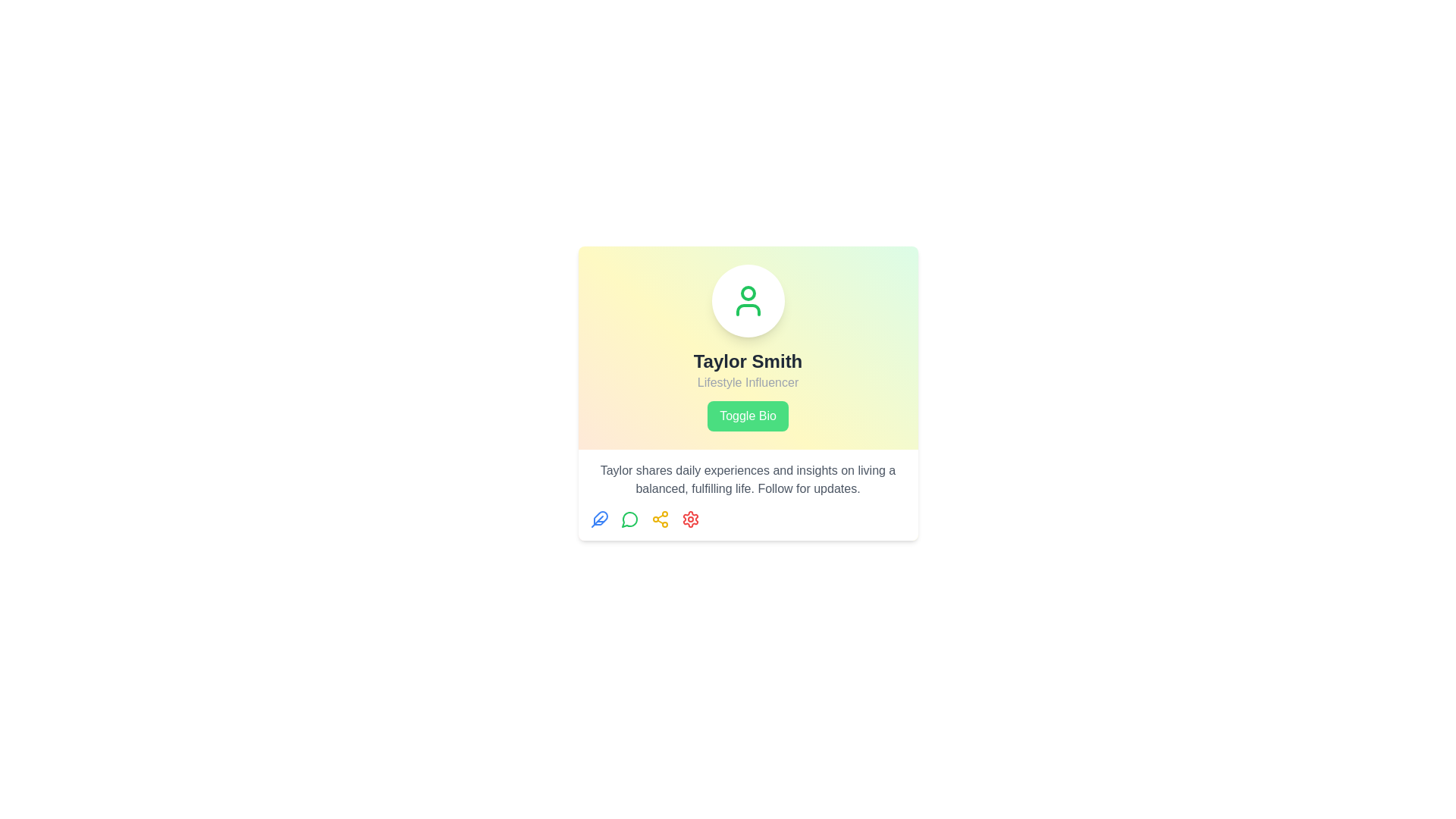  What do you see at coordinates (748, 301) in the screenshot?
I see `the 'lucide-user' SVG icon, which is green and centered above the text 'Taylor Smith'` at bounding box center [748, 301].